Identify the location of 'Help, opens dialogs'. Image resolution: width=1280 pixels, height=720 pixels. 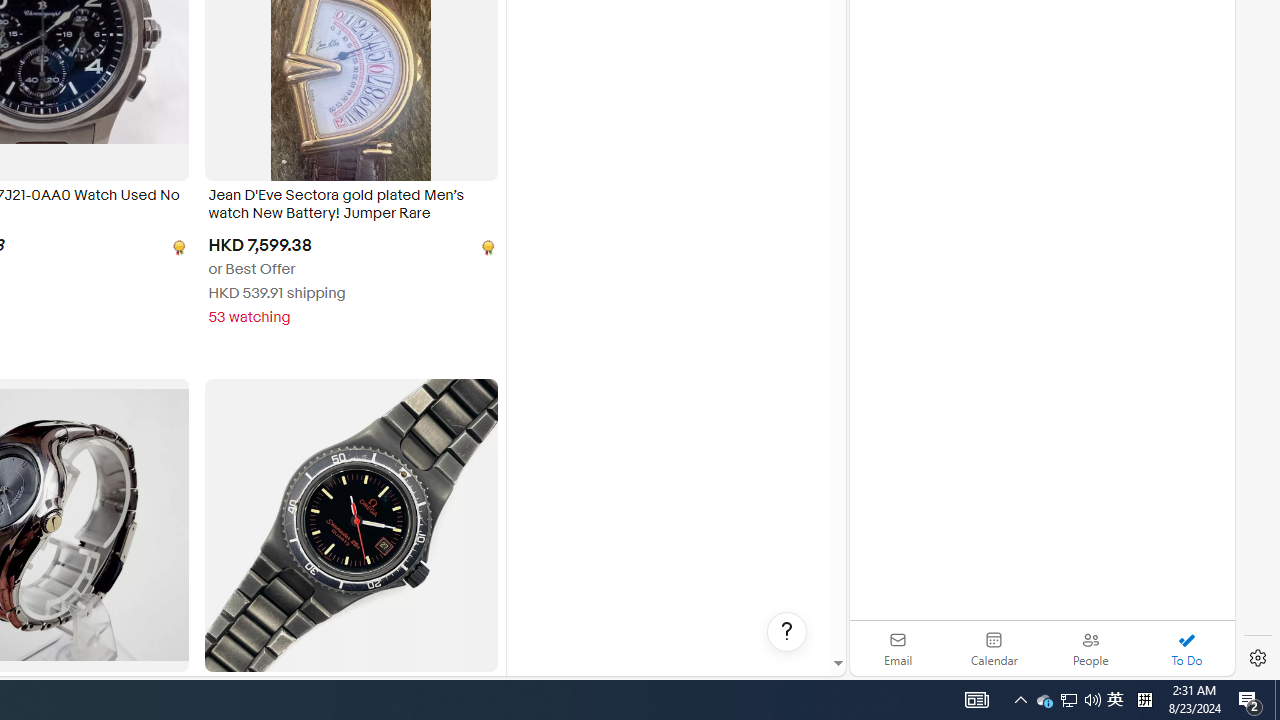
(786, 632).